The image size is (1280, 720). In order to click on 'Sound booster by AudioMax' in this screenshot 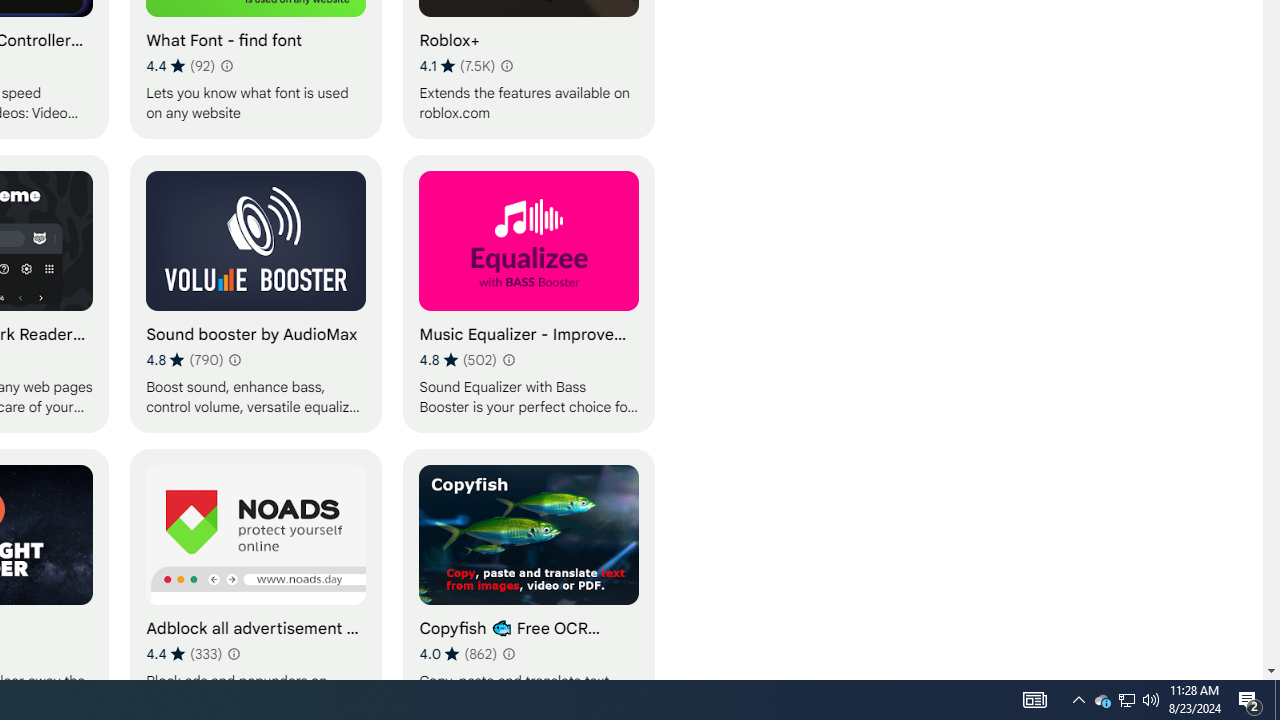, I will do `click(255, 293)`.